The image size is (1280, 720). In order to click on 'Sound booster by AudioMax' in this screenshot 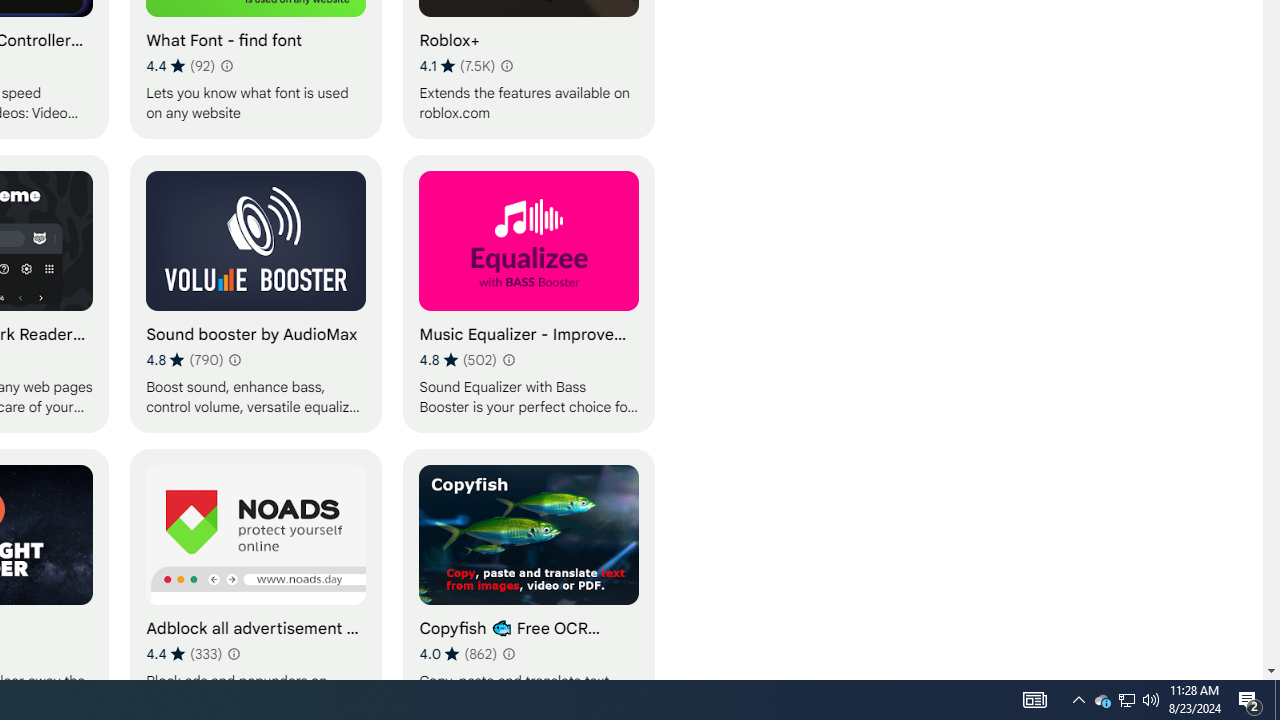, I will do `click(255, 293)`.